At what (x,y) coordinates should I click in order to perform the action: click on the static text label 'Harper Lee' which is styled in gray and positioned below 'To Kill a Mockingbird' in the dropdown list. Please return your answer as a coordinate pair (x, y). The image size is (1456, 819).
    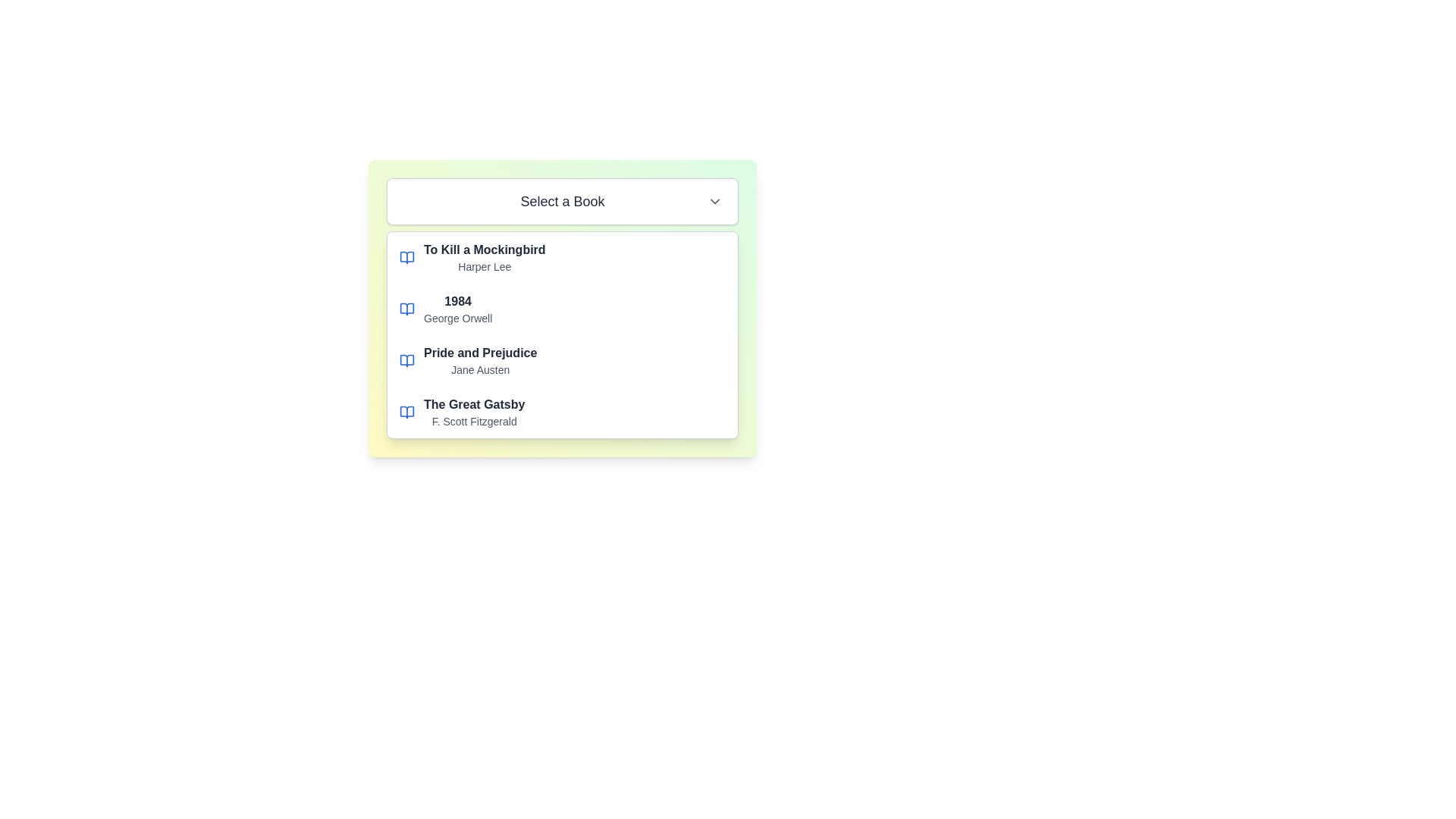
    Looking at the image, I should click on (484, 265).